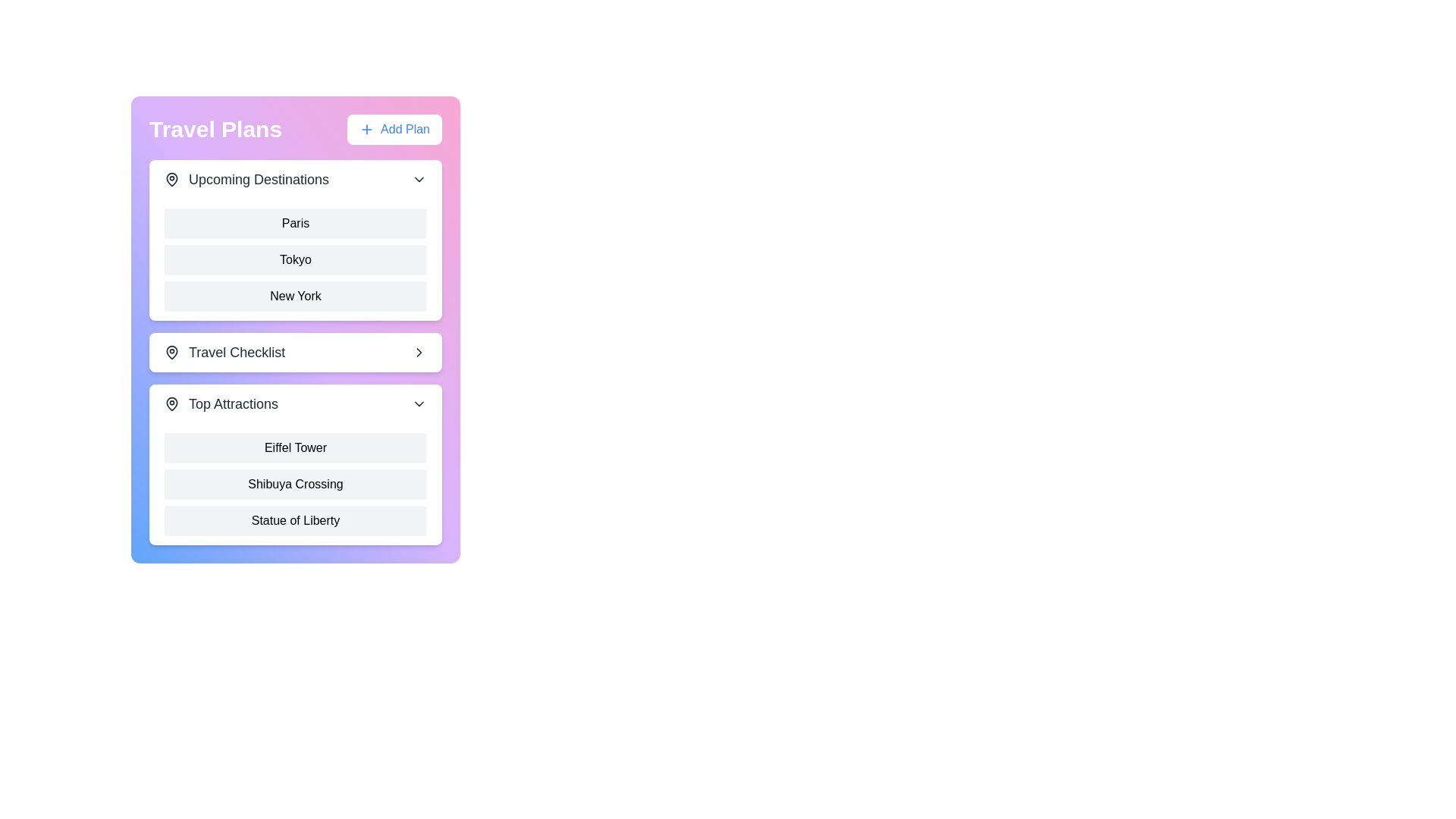  What do you see at coordinates (295, 485) in the screenshot?
I see `the list item Shibuya Crossing in the section Top Attractions` at bounding box center [295, 485].